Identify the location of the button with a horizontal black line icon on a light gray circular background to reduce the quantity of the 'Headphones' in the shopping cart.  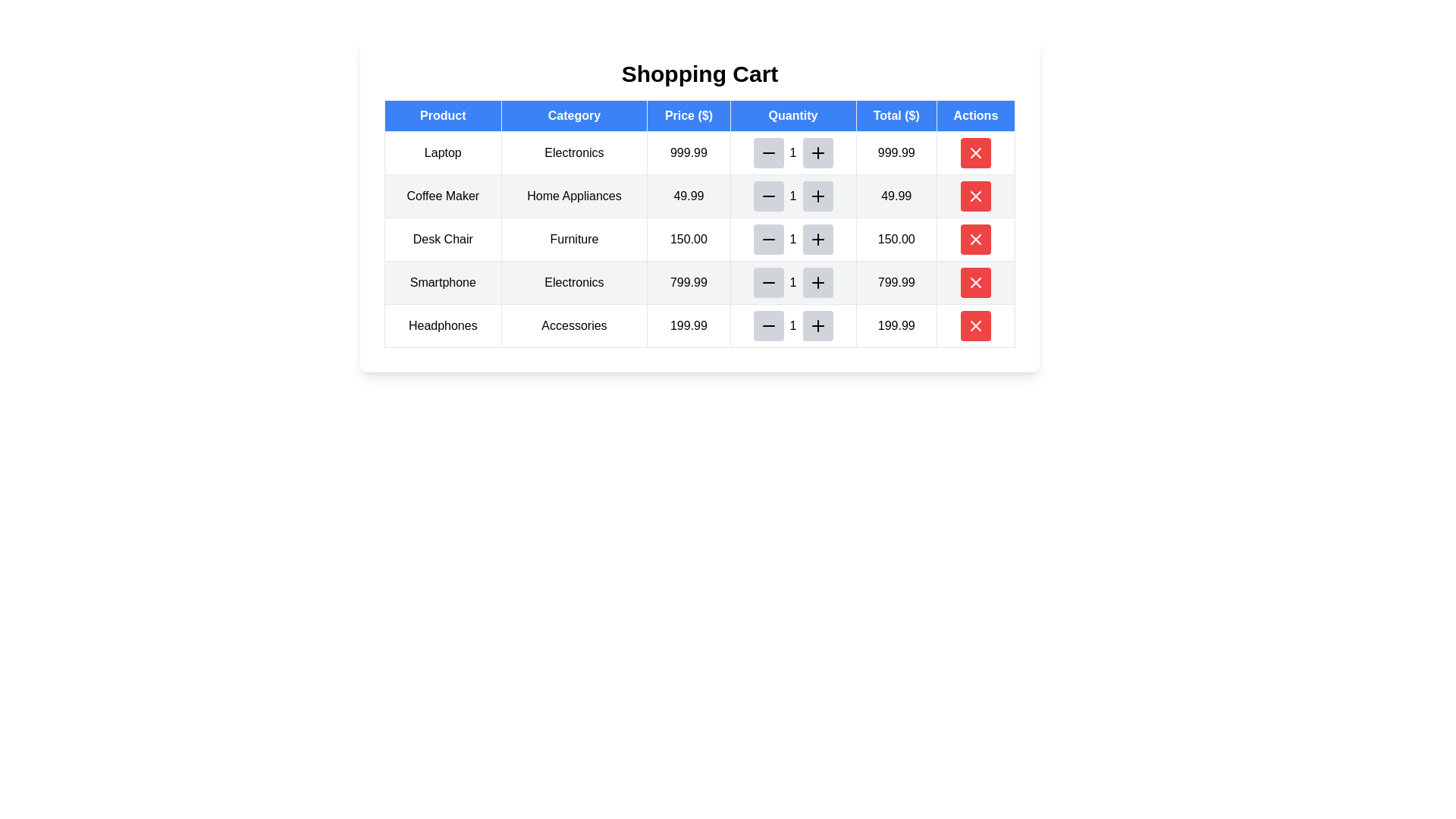
(768, 325).